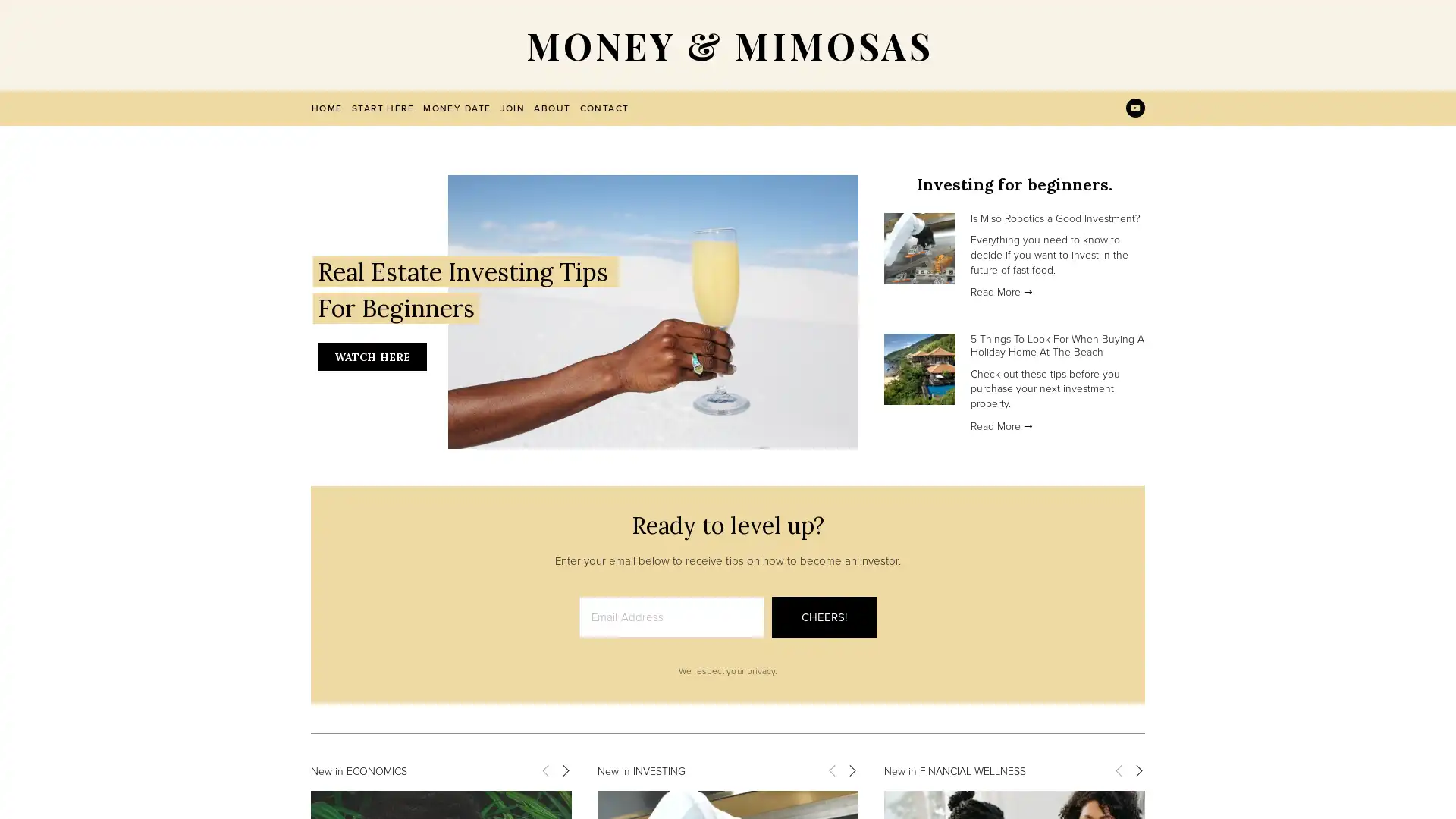 The height and width of the screenshot is (819, 1456). What do you see at coordinates (1138, 769) in the screenshot?
I see `Next` at bounding box center [1138, 769].